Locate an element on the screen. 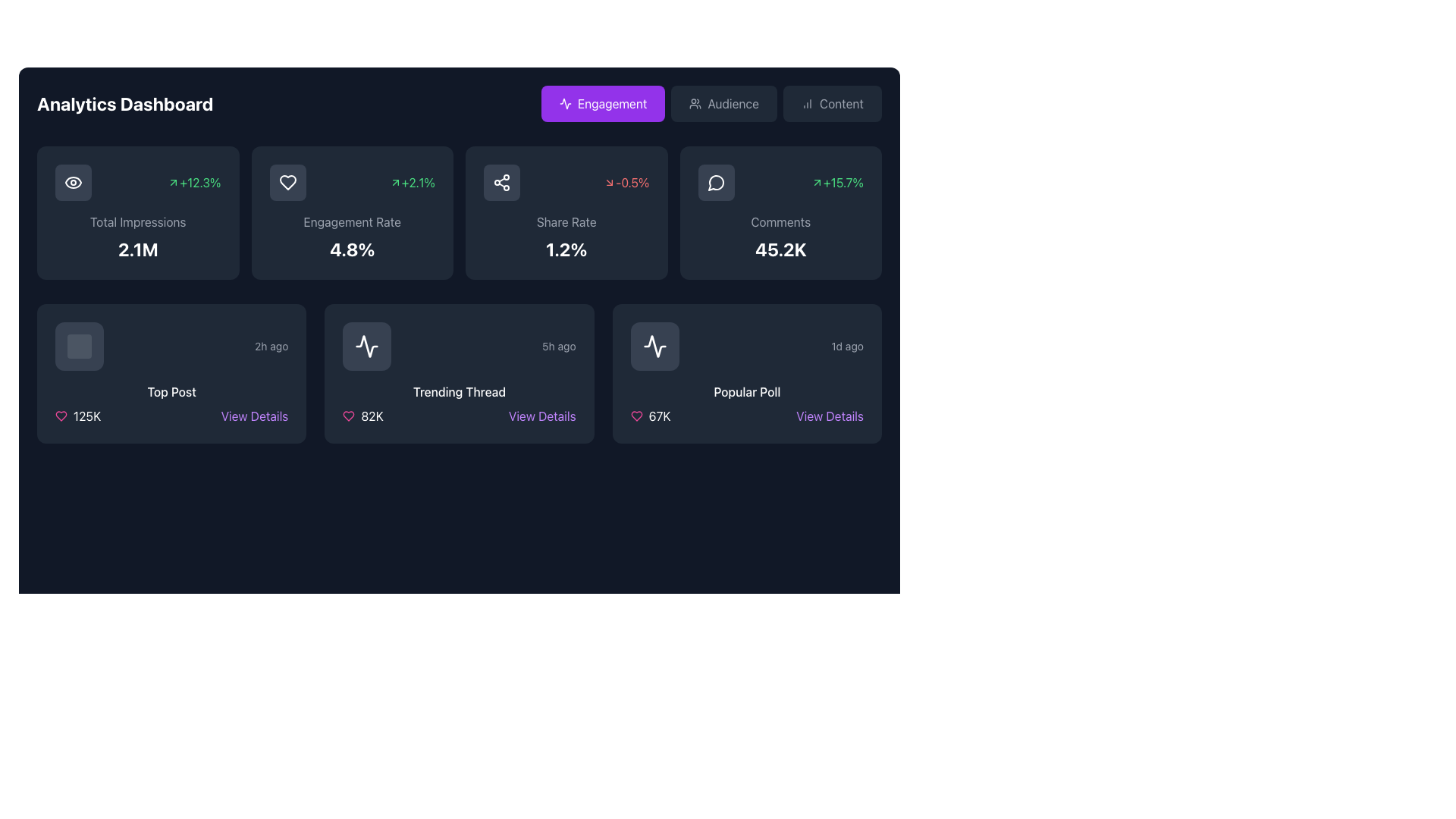 The height and width of the screenshot is (819, 1456). the share icon button located in the Share Rate section of the analytics dashboard, positioned between the Engagement Rate card and the Comments card, to interact with the sharing function is located at coordinates (502, 181).